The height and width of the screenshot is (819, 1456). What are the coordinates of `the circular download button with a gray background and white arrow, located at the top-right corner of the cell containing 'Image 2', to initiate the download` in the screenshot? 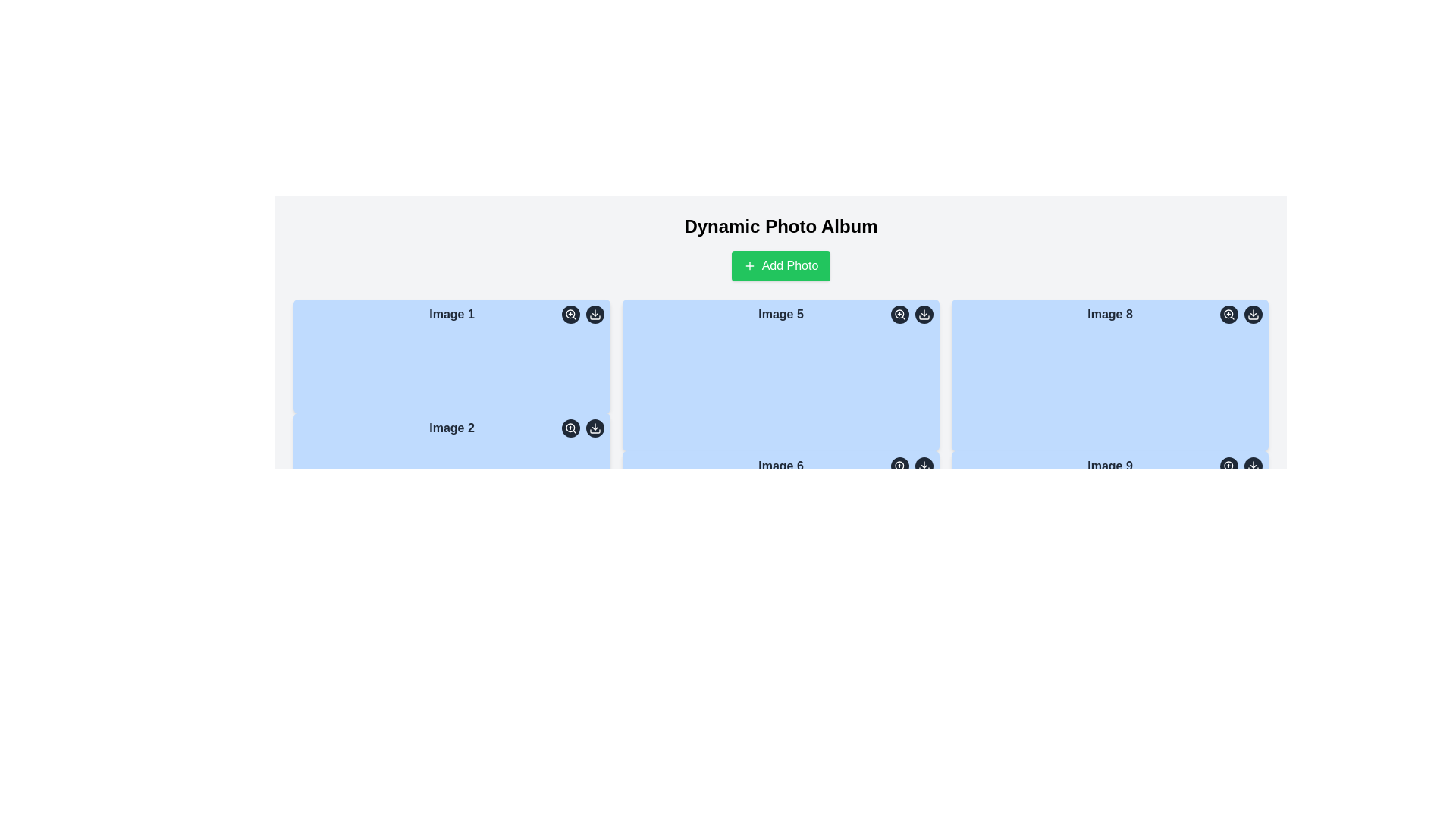 It's located at (595, 428).